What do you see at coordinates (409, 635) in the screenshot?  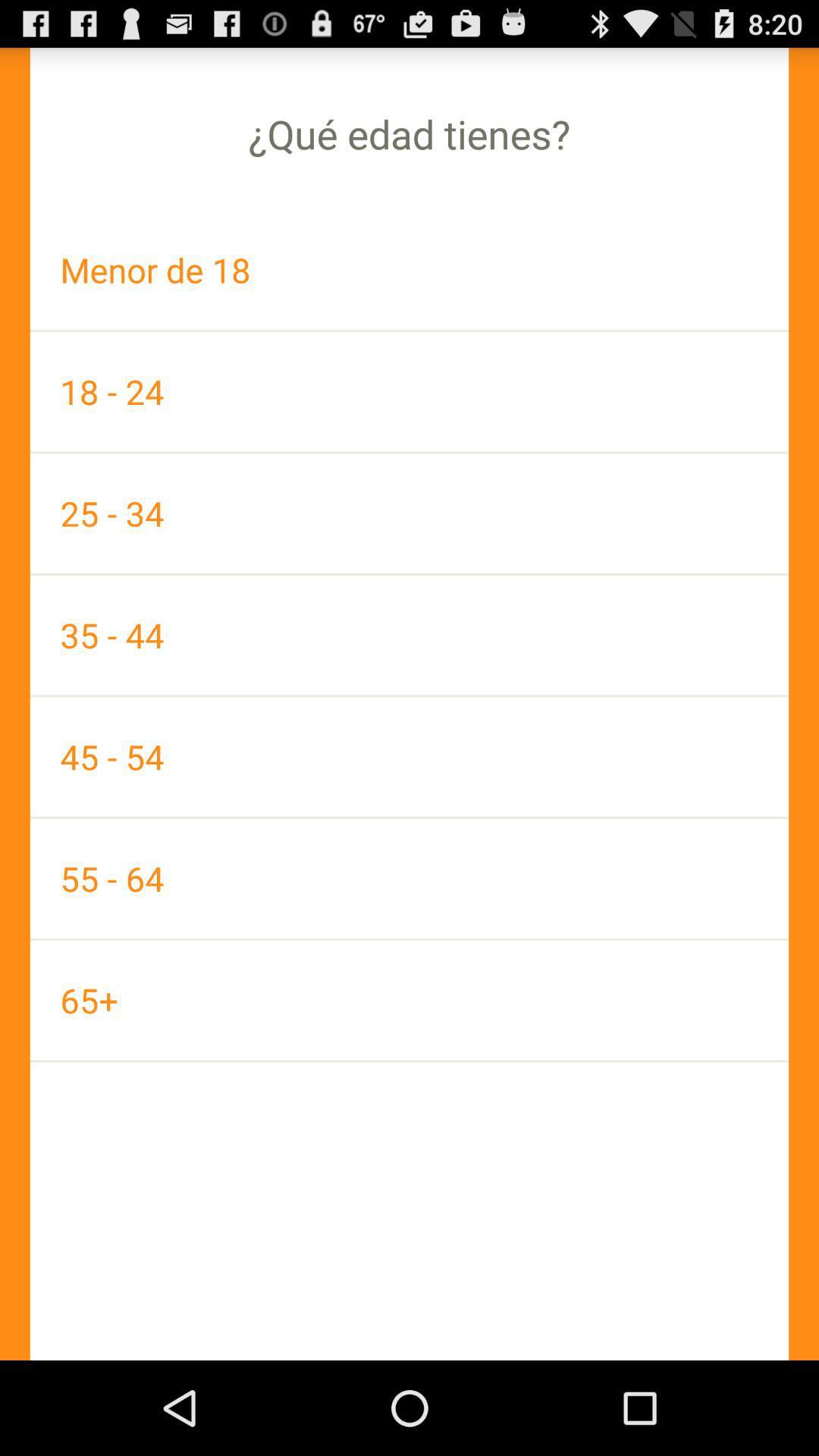 I see `the item above 45 - 54 app` at bounding box center [409, 635].